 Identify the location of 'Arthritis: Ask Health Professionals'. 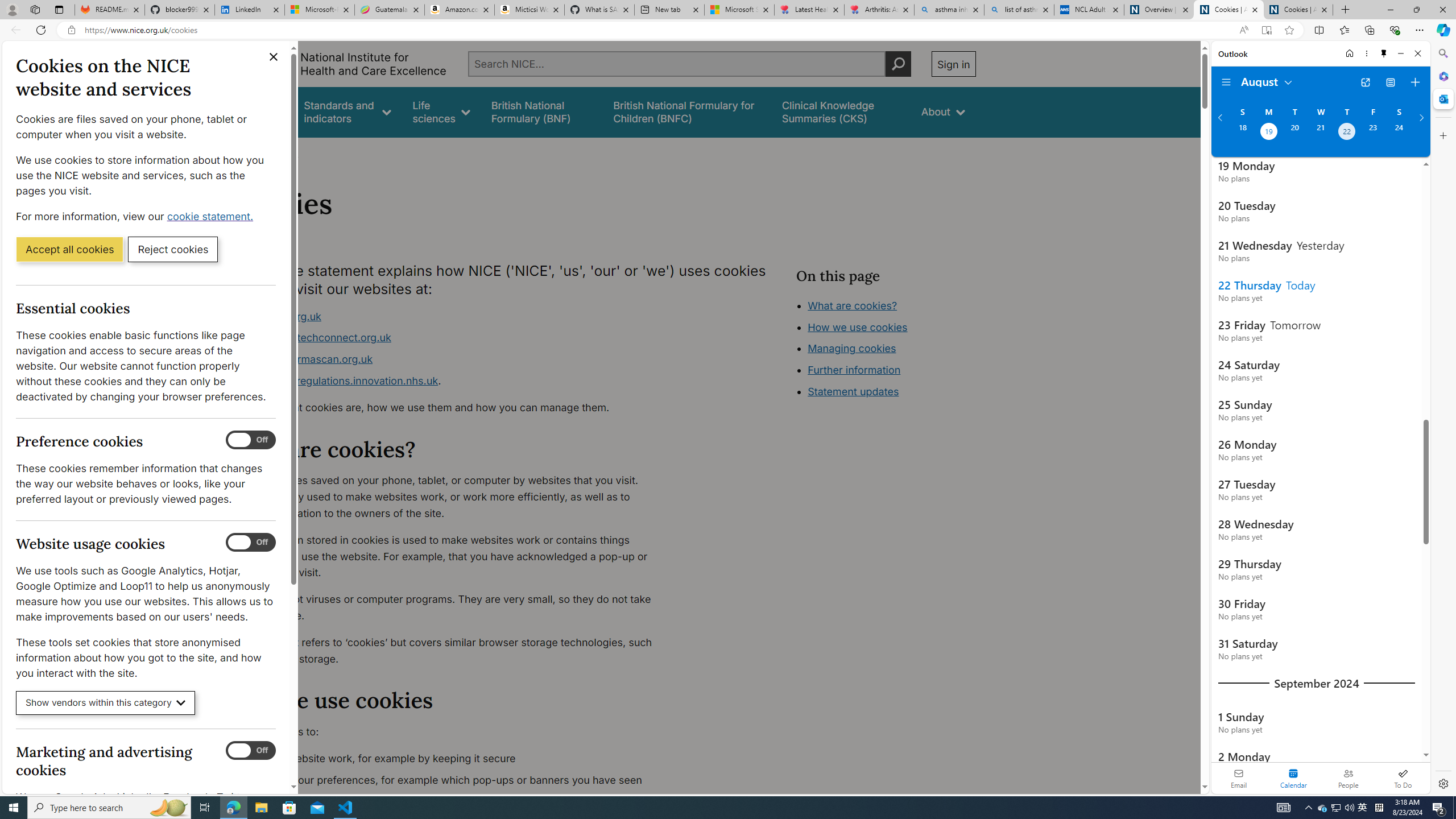
(879, 9).